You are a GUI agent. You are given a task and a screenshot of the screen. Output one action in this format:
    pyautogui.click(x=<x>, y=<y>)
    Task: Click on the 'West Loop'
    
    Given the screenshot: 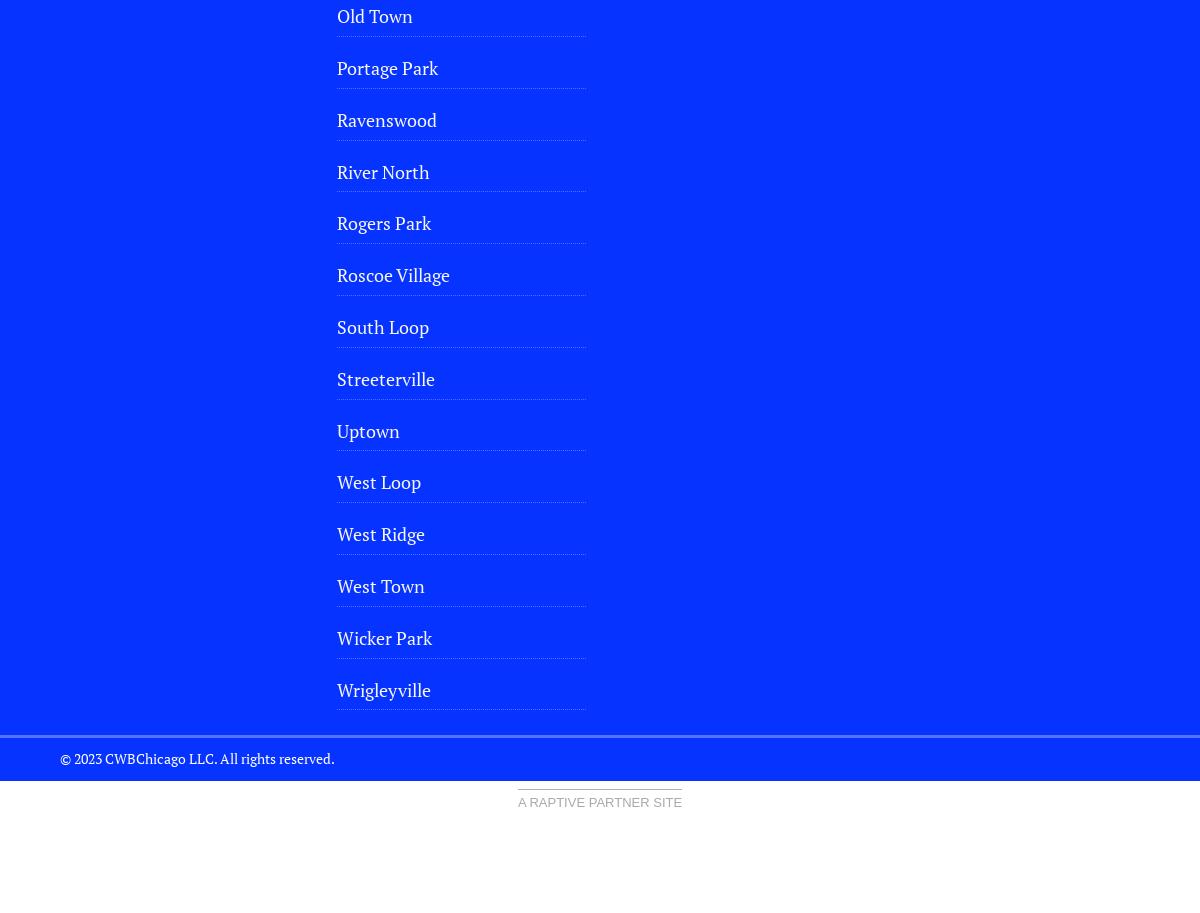 What is the action you would take?
    pyautogui.click(x=378, y=480)
    